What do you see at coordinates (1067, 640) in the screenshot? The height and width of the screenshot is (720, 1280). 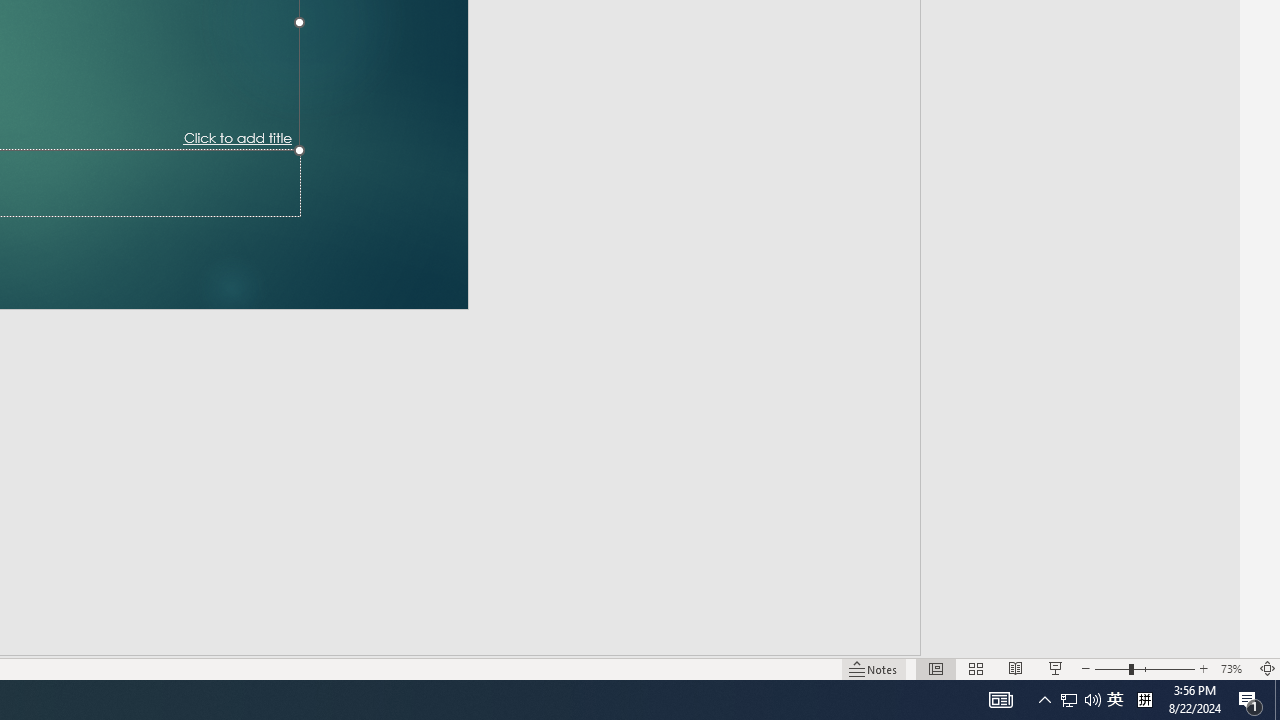 I see `'Zoom Out'` at bounding box center [1067, 640].